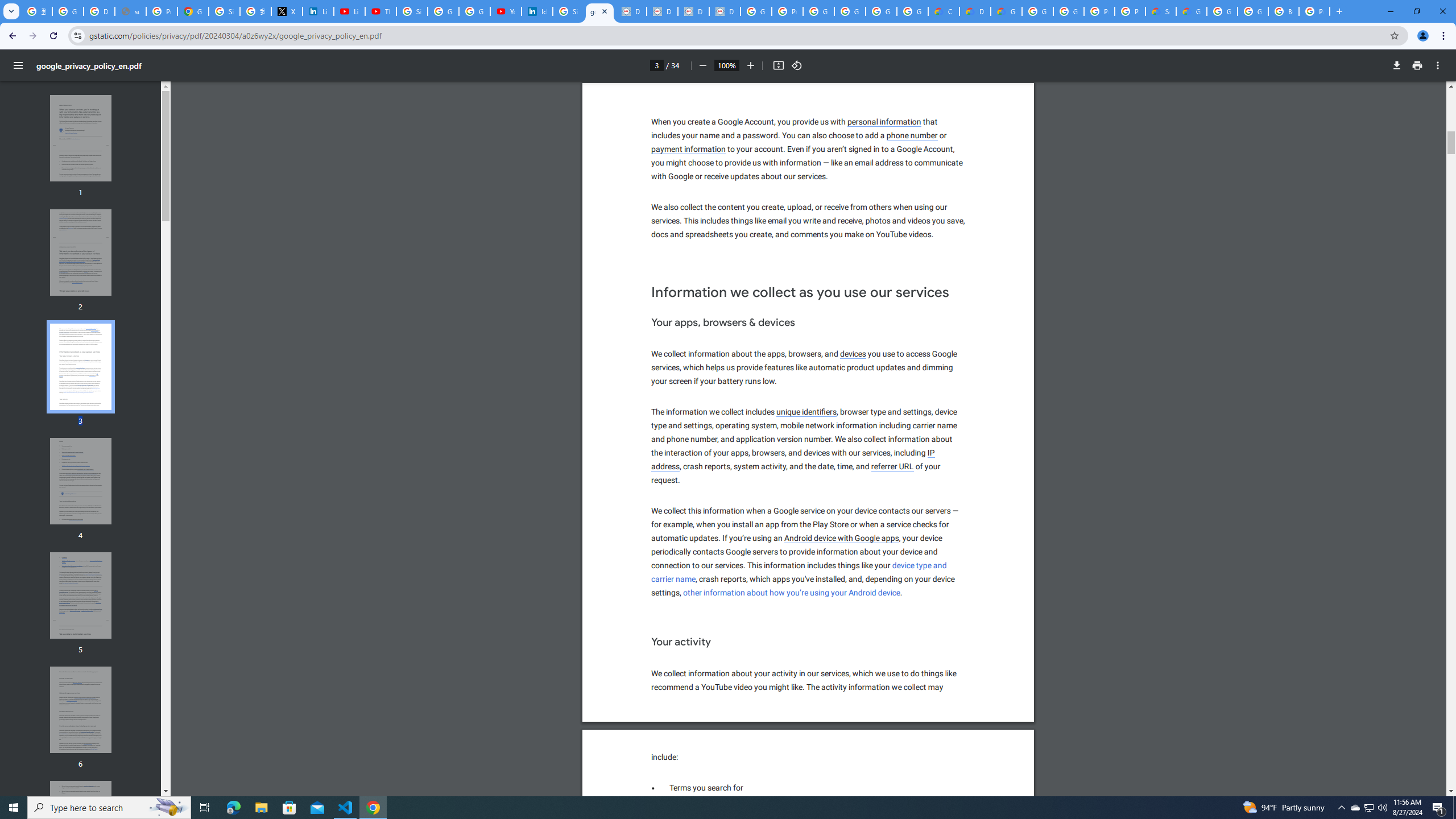  What do you see at coordinates (81, 366) in the screenshot?
I see `'Thumbnail for page 3'` at bounding box center [81, 366].